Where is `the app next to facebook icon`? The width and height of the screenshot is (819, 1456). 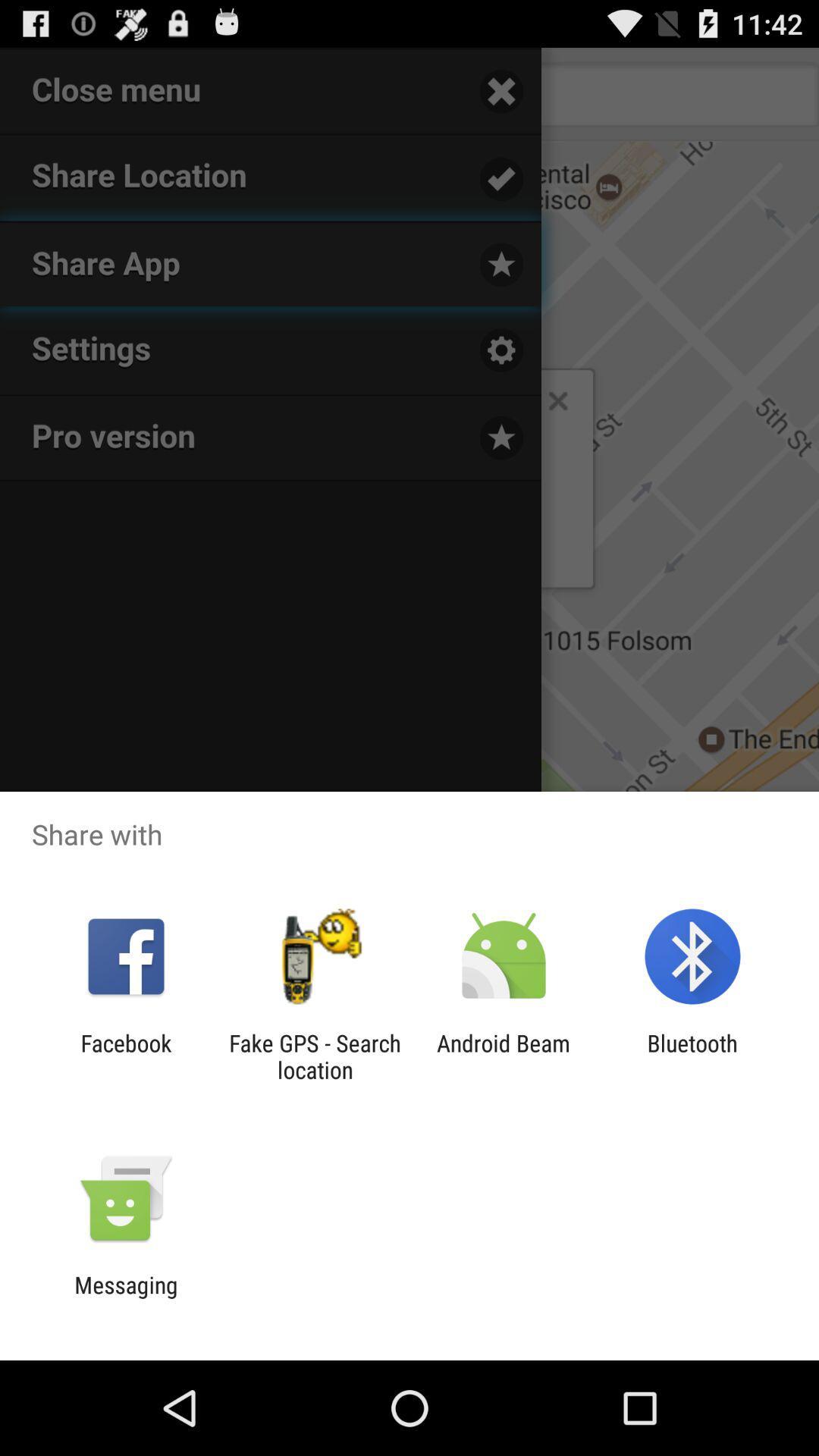 the app next to facebook icon is located at coordinates (314, 1056).